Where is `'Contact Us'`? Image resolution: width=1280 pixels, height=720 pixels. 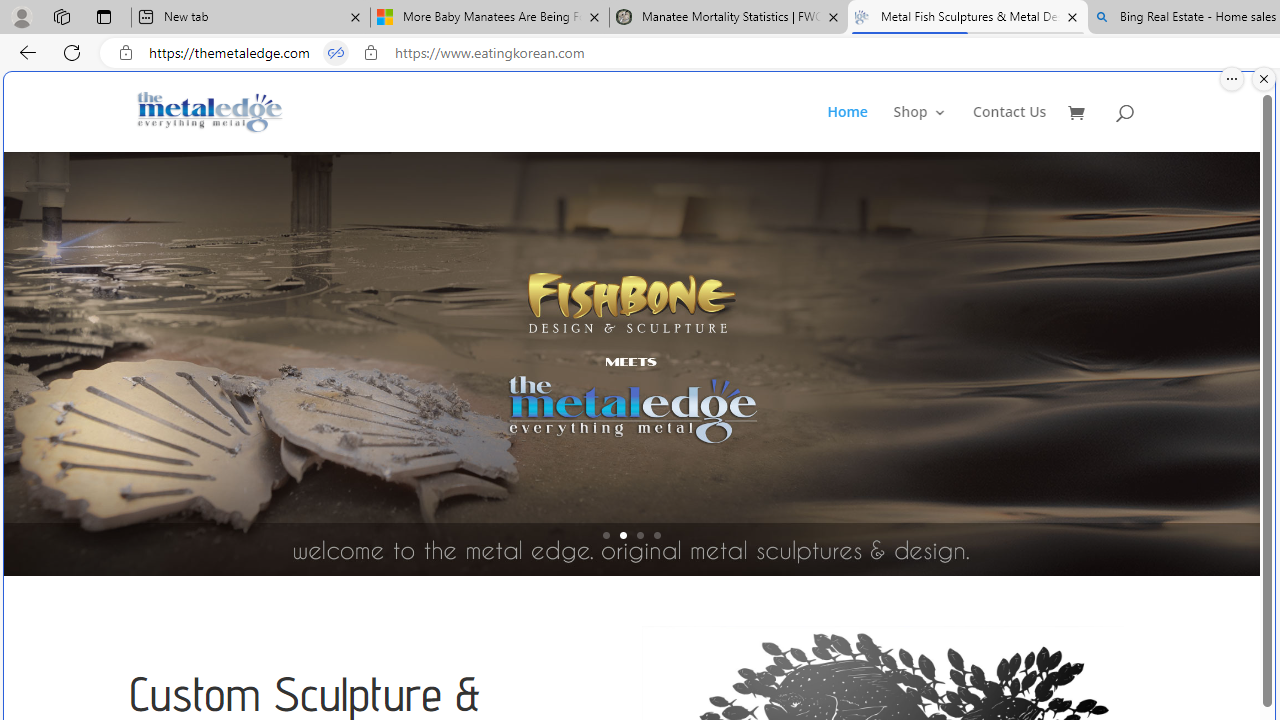
'Contact Us' is located at coordinates (1009, 128).